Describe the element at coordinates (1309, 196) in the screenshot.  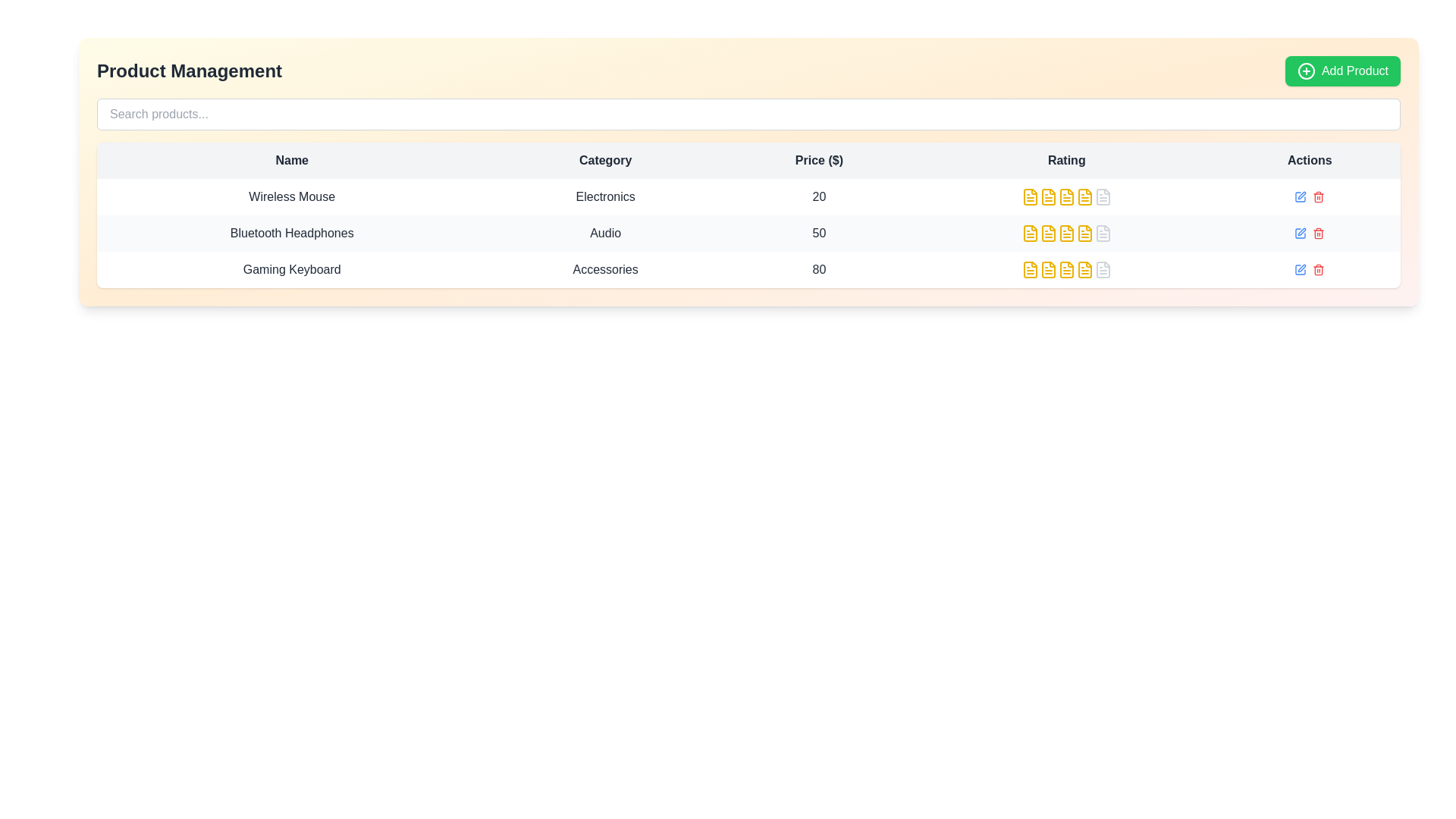
I see `the red trash can icon in the actions column of the product table` at that location.